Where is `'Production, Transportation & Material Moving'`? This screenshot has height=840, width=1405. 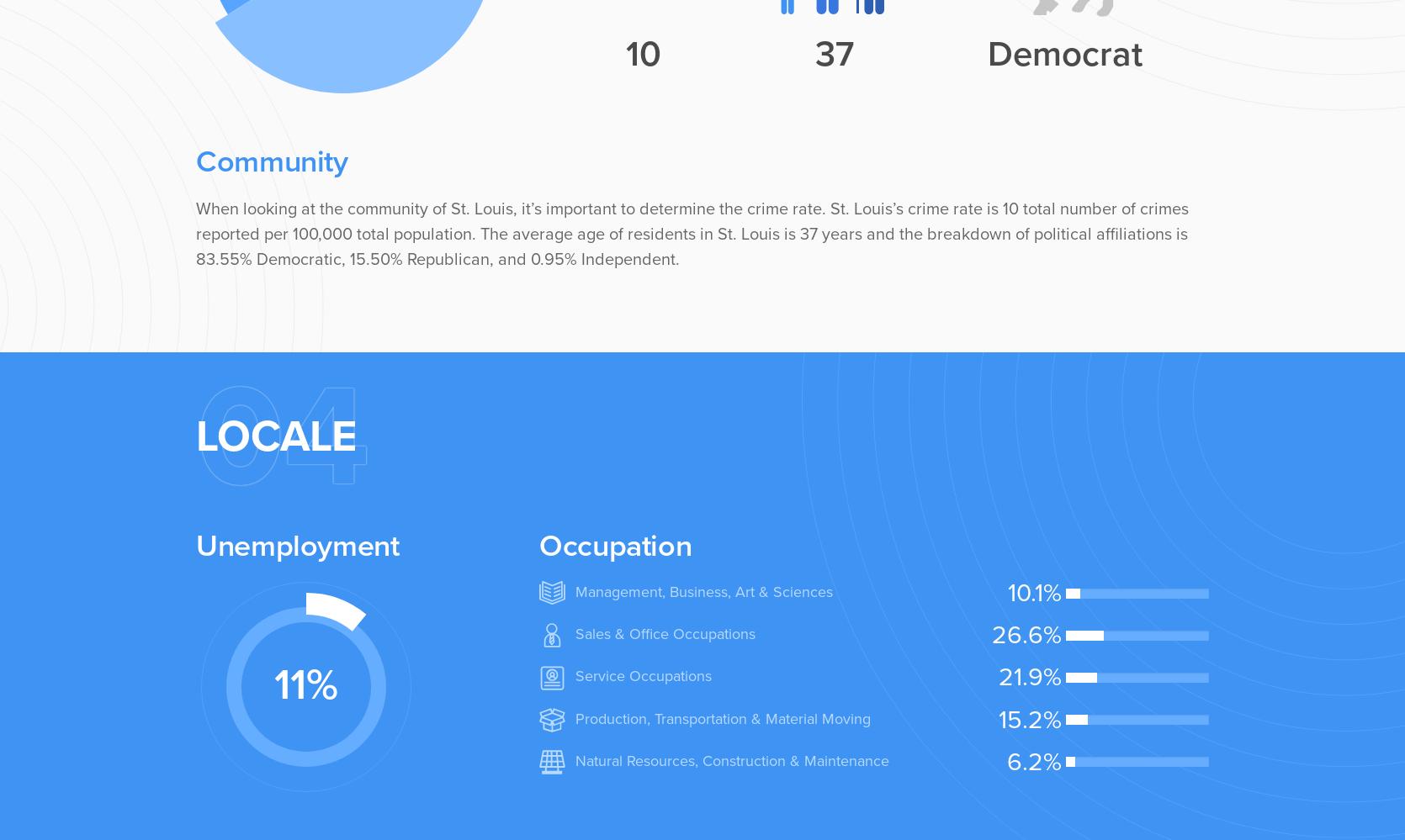 'Production, Transportation & Material Moving' is located at coordinates (721, 717).